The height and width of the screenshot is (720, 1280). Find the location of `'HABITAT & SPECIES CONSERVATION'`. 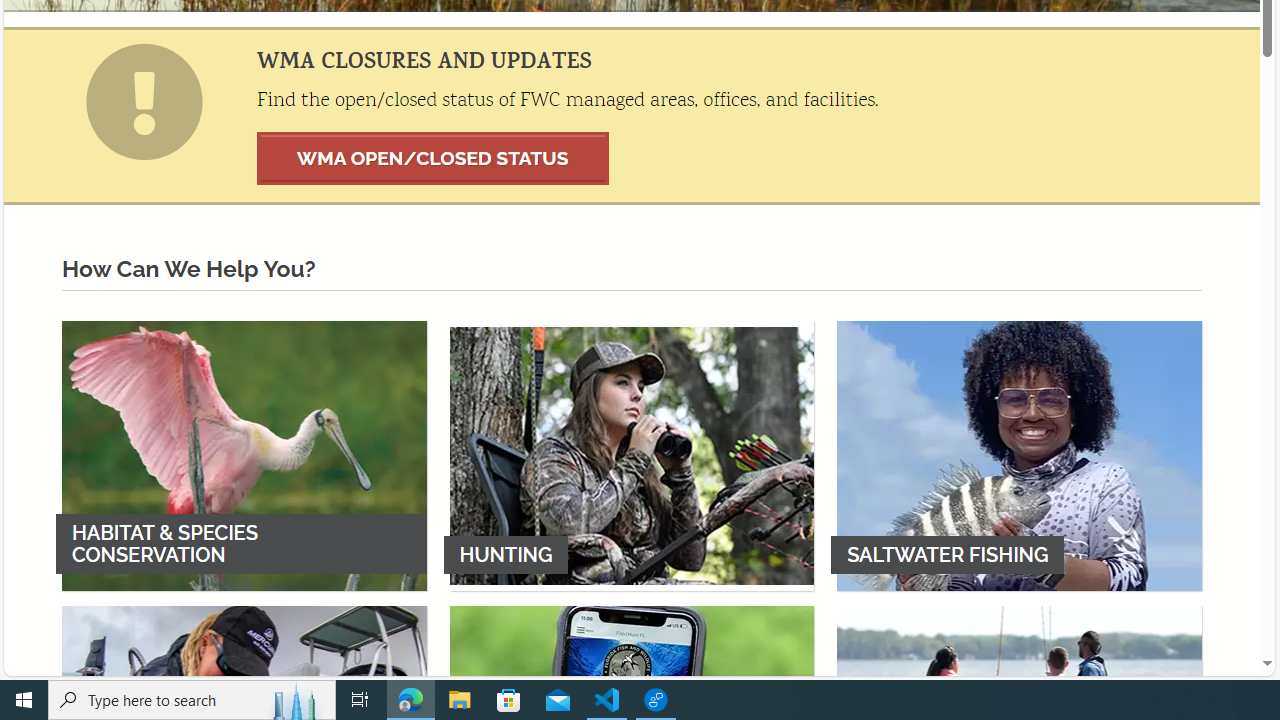

'HABITAT & SPECIES CONSERVATION' is located at coordinates (243, 455).